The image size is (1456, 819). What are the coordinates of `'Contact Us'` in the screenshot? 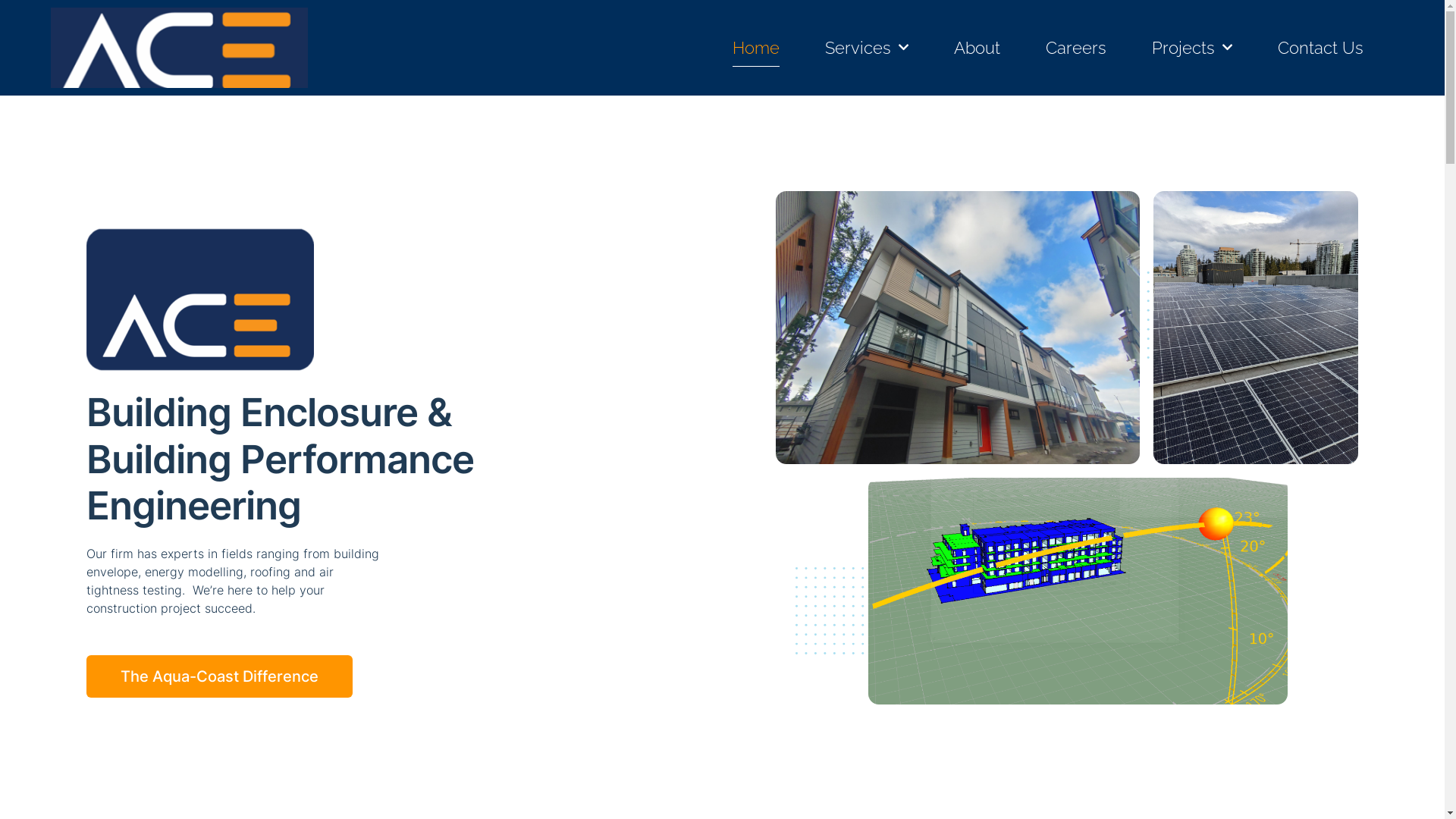 It's located at (1319, 46).